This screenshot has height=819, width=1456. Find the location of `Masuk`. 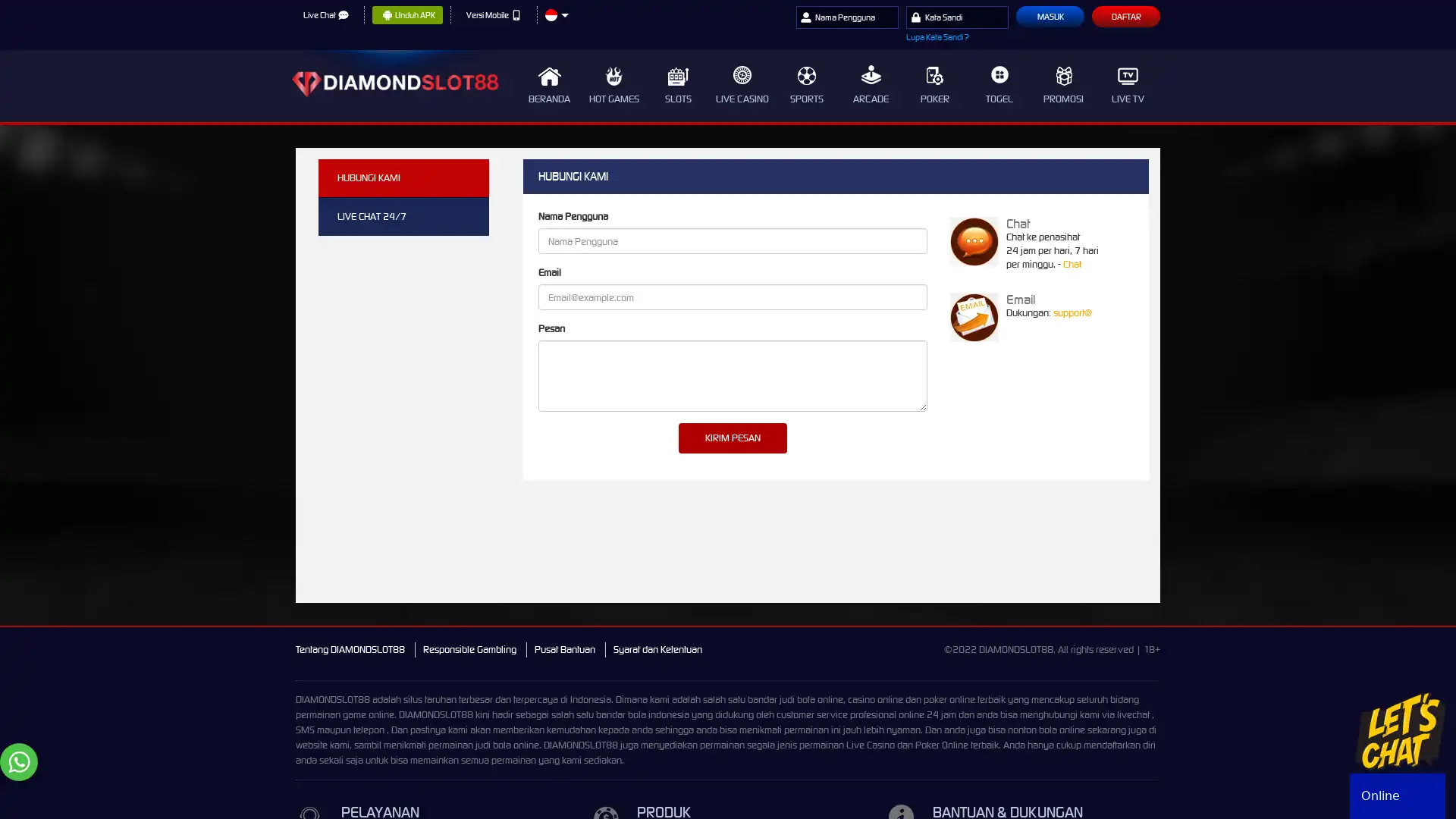

Masuk is located at coordinates (1050, 17).